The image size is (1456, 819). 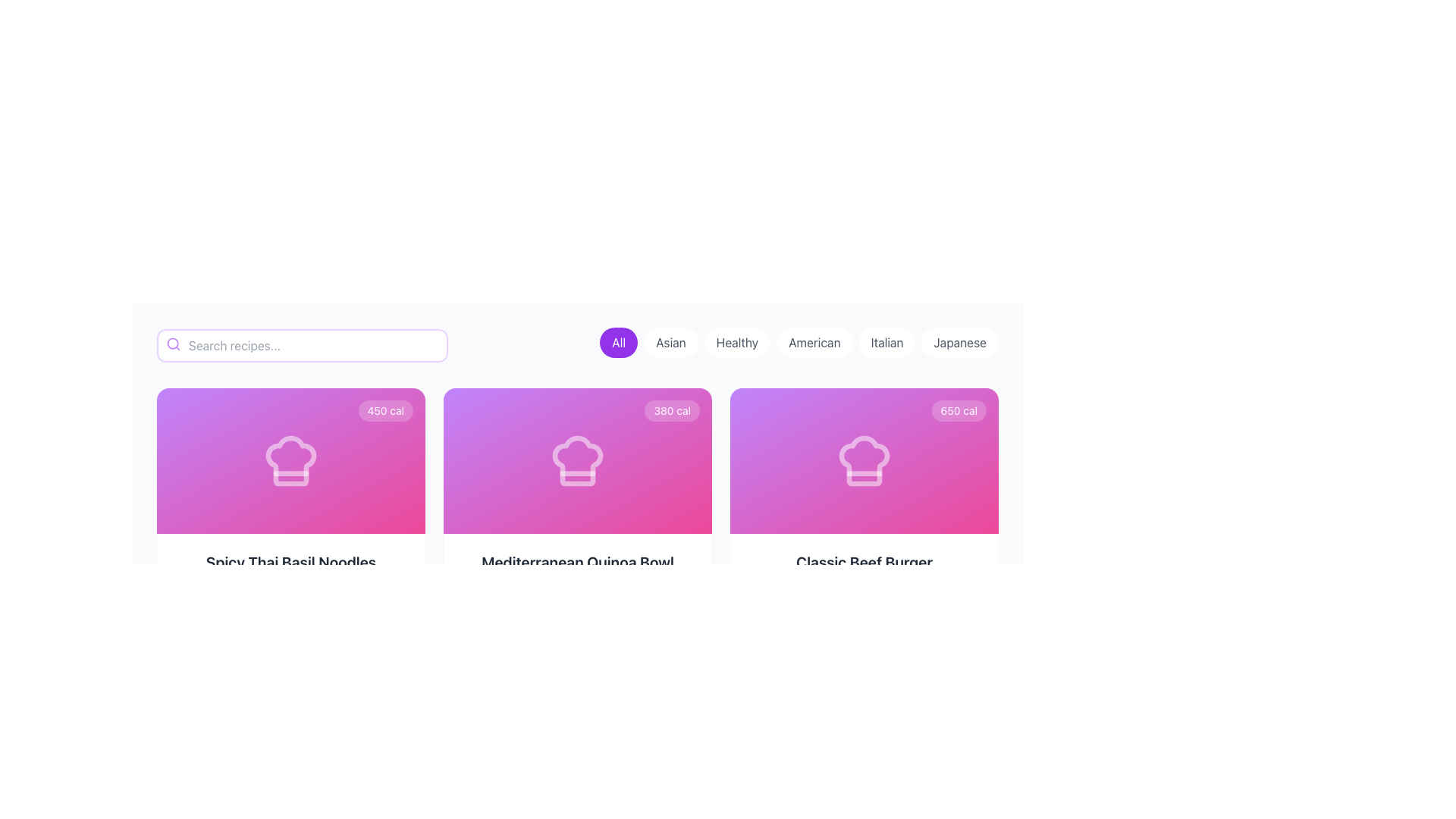 I want to click on the 'American' button to activate it, so click(x=814, y=342).